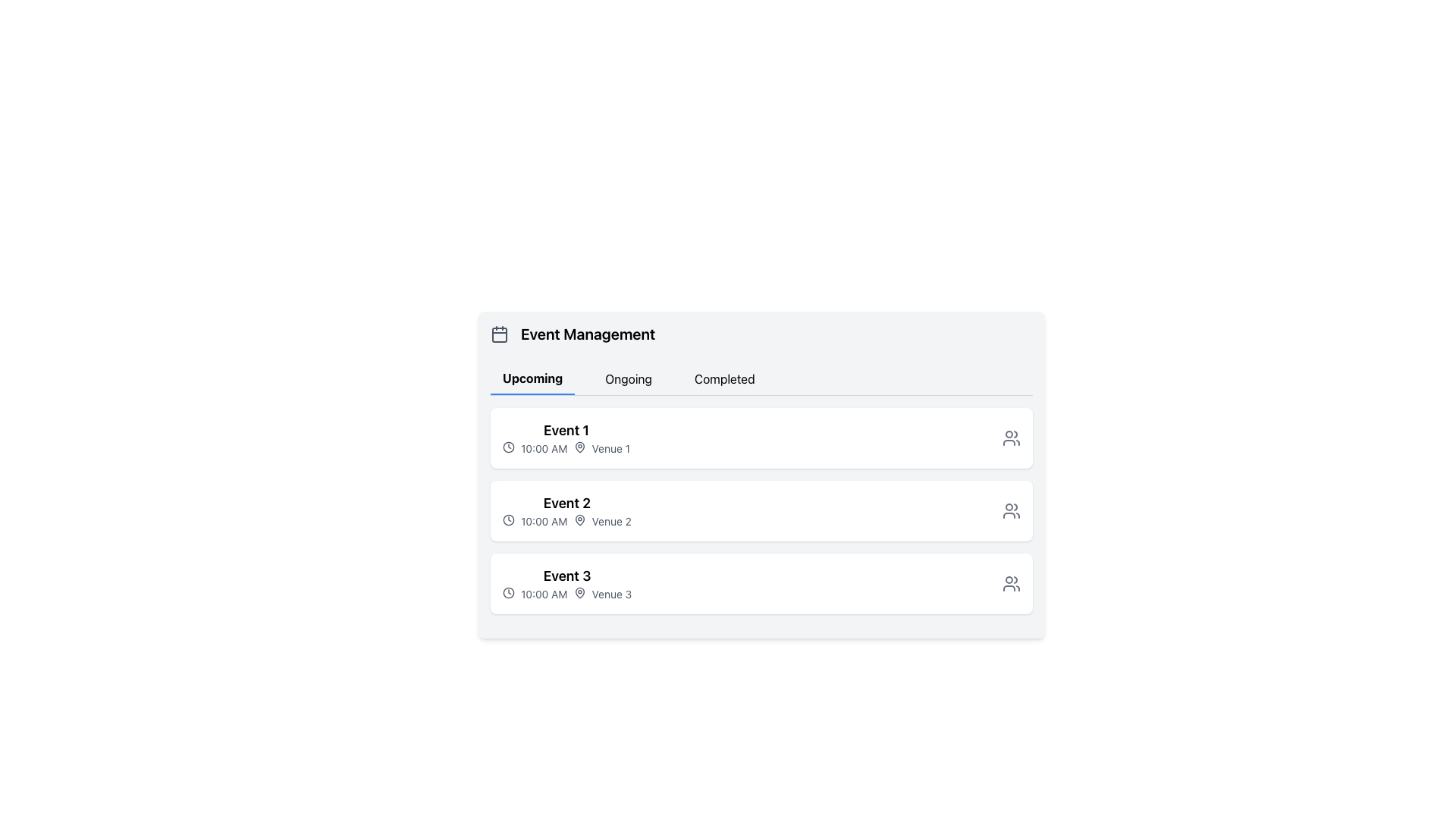  What do you see at coordinates (610, 447) in the screenshot?
I see `the text label displaying the venue name in the topmost event card under the 'Upcoming' tab, positioned after the map pin icon and following the time '10:00 AM'` at bounding box center [610, 447].